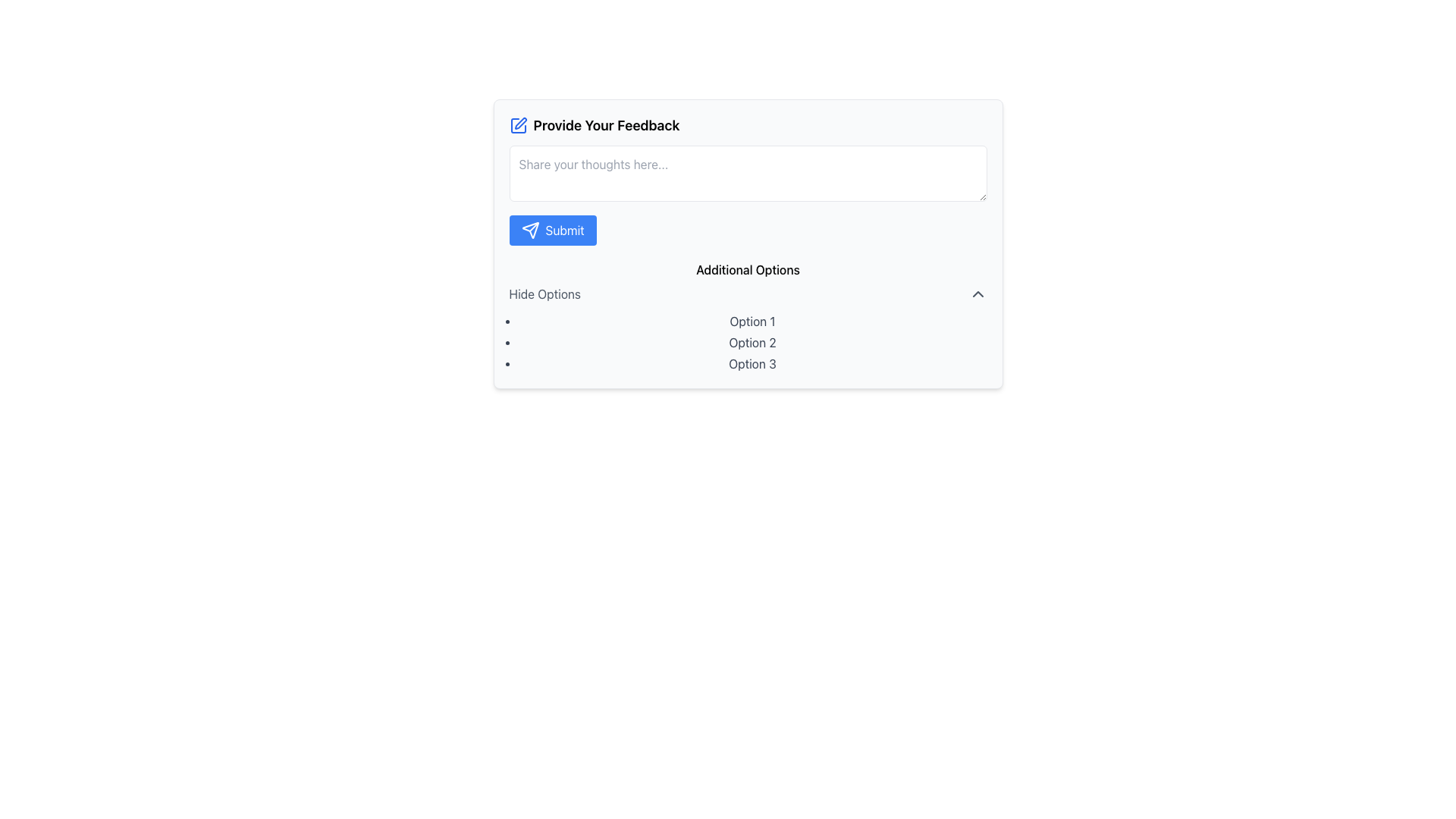 Image resolution: width=1456 pixels, height=819 pixels. Describe the element at coordinates (752, 321) in the screenshot. I see `the first item in the bulleted list under the 'Additional Options' section` at that location.